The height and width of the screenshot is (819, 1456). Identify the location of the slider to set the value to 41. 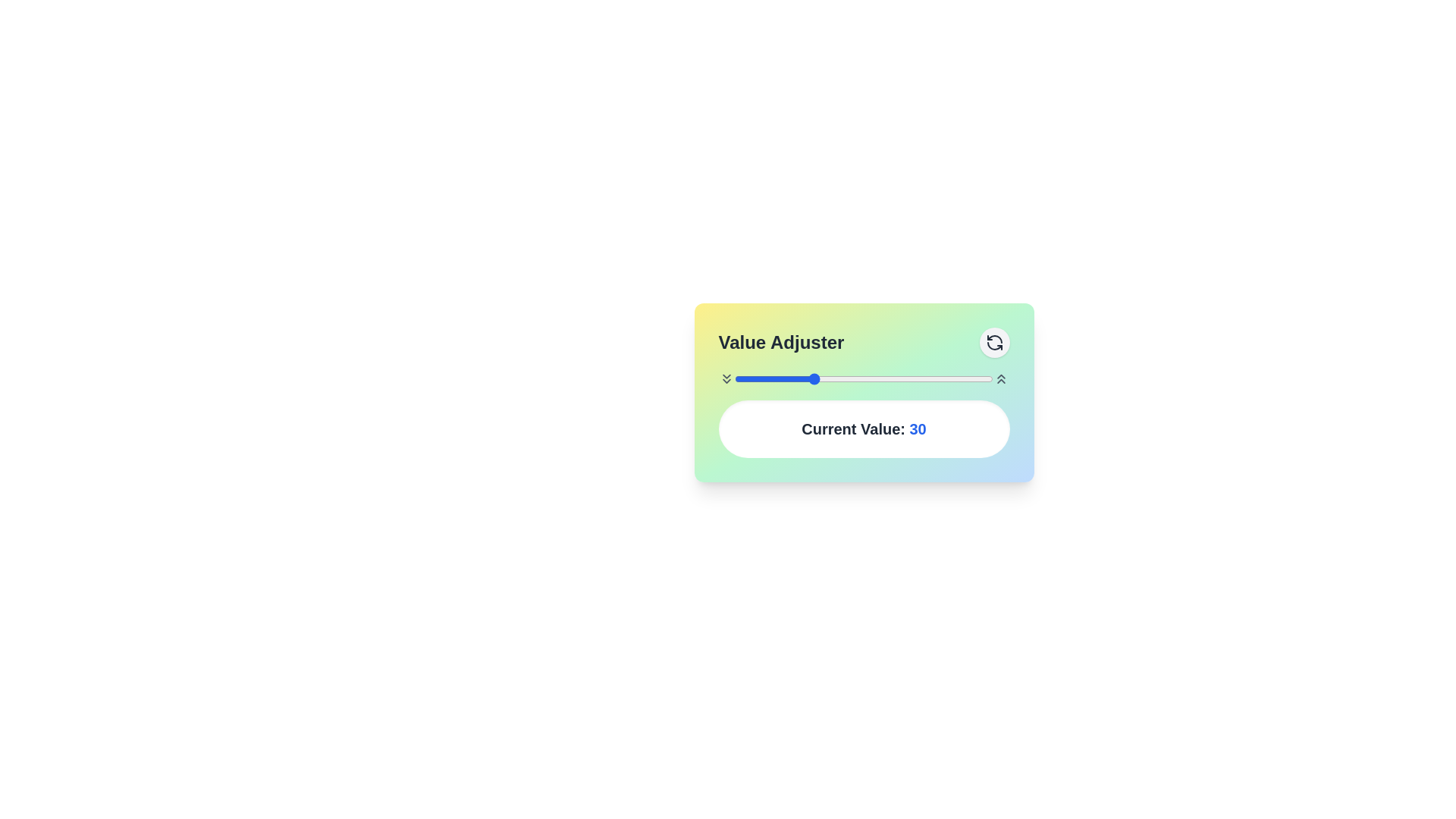
(839, 378).